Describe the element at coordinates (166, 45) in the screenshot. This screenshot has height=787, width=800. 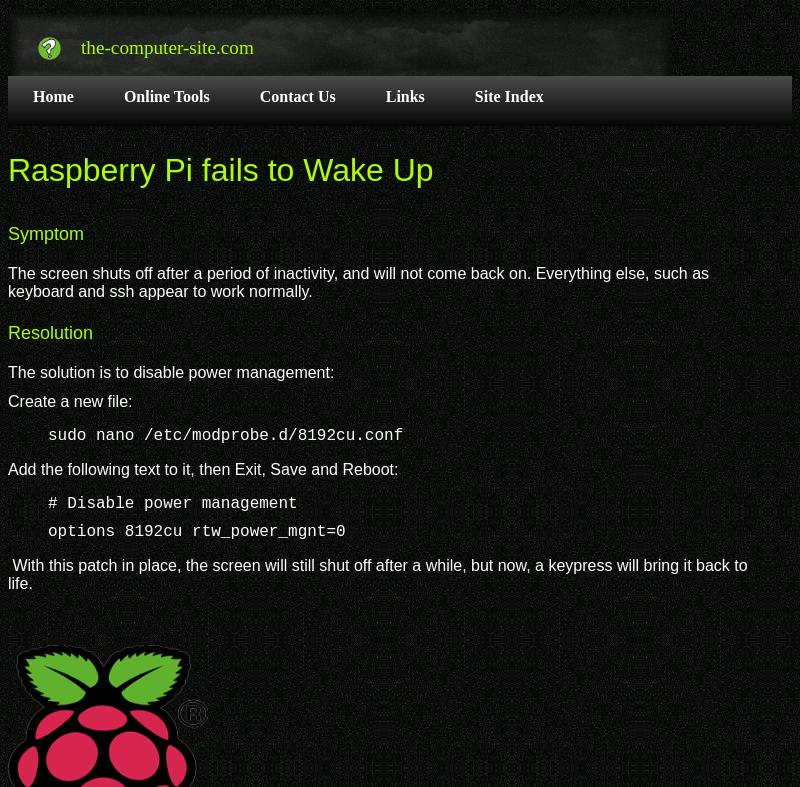
I see `'the-computer-site.com'` at that location.